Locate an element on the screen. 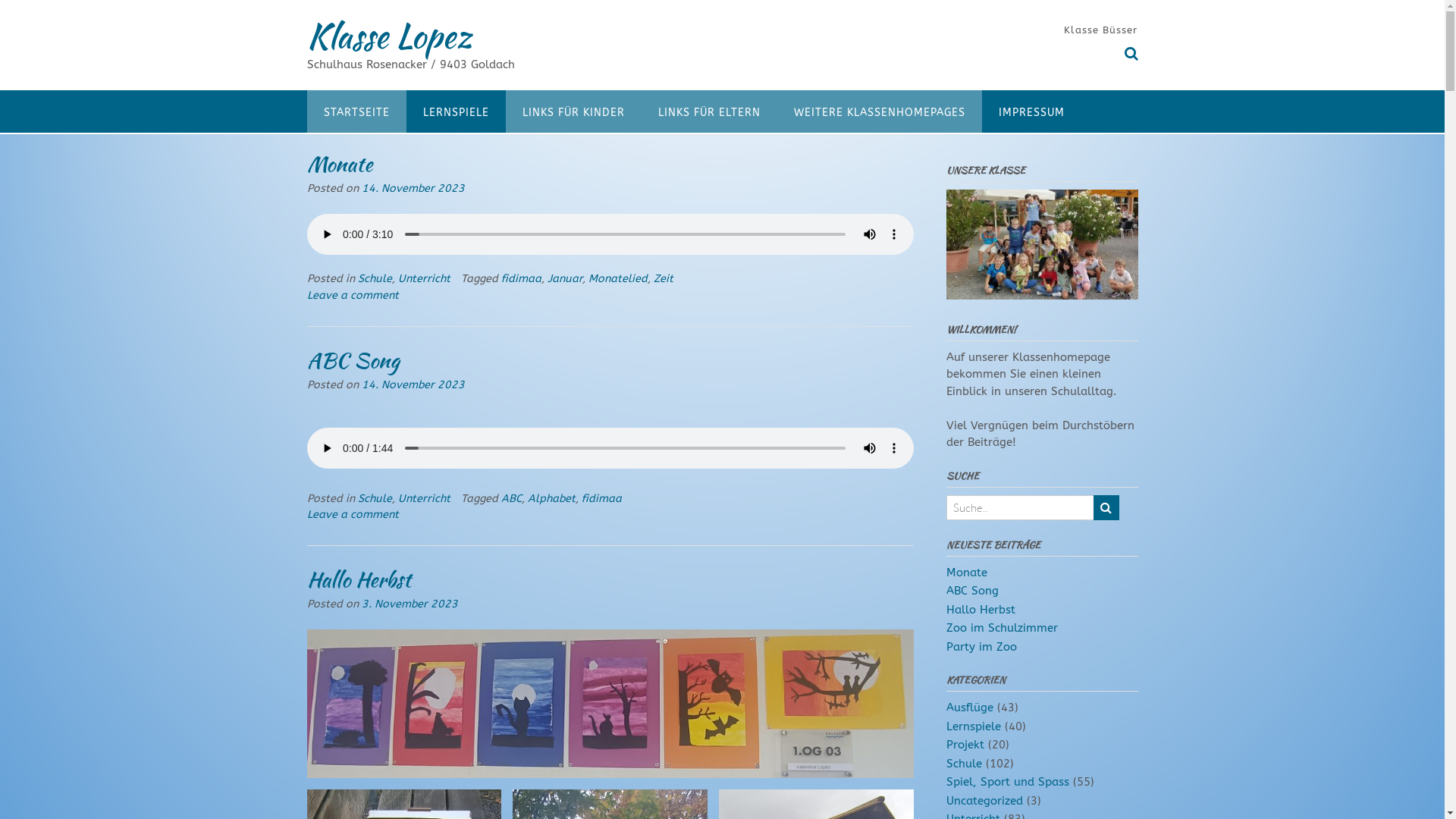 The width and height of the screenshot is (1456, 819). 'Januar' is located at coordinates (546, 278).